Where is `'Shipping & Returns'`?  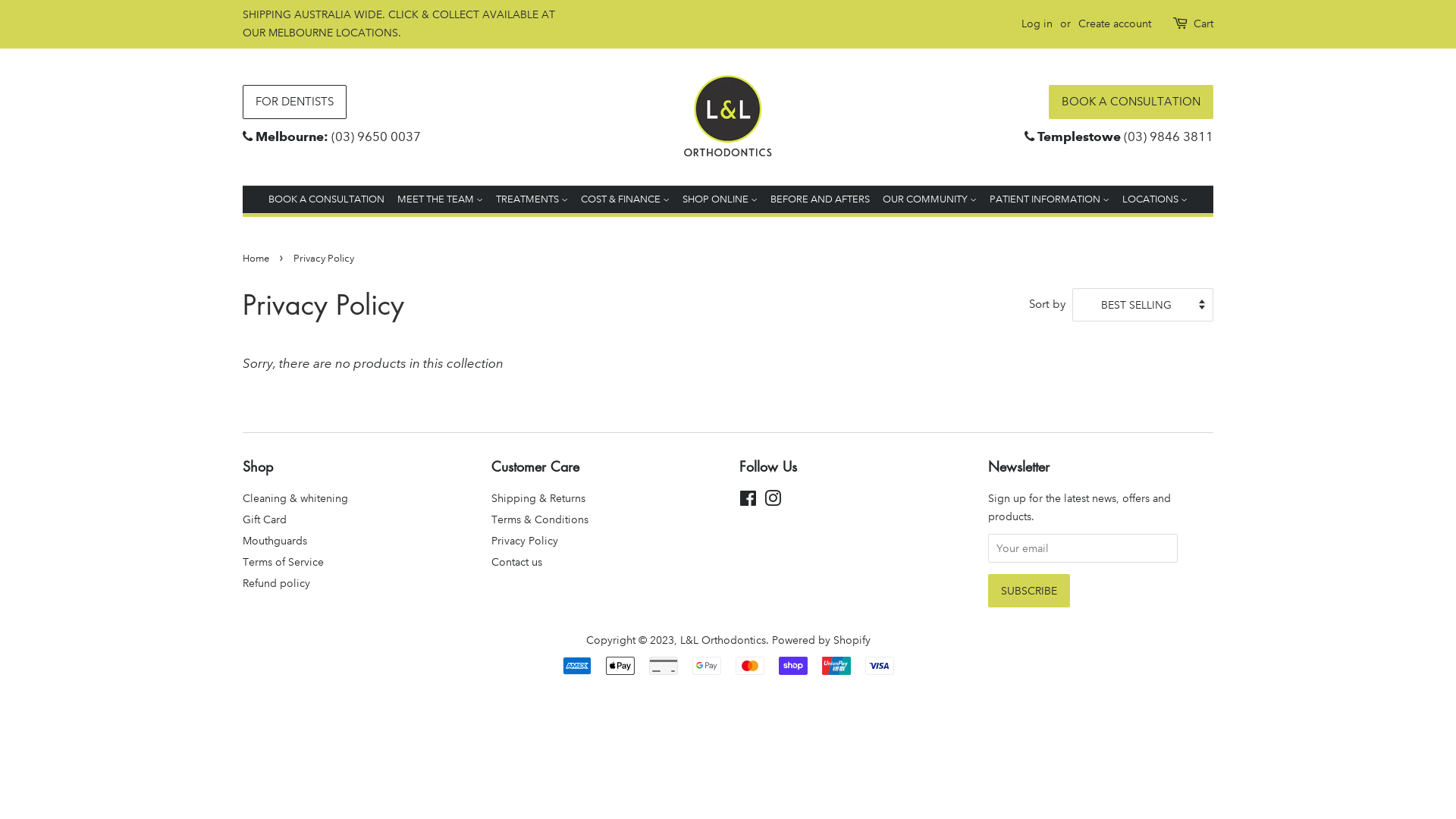 'Shipping & Returns' is located at coordinates (538, 497).